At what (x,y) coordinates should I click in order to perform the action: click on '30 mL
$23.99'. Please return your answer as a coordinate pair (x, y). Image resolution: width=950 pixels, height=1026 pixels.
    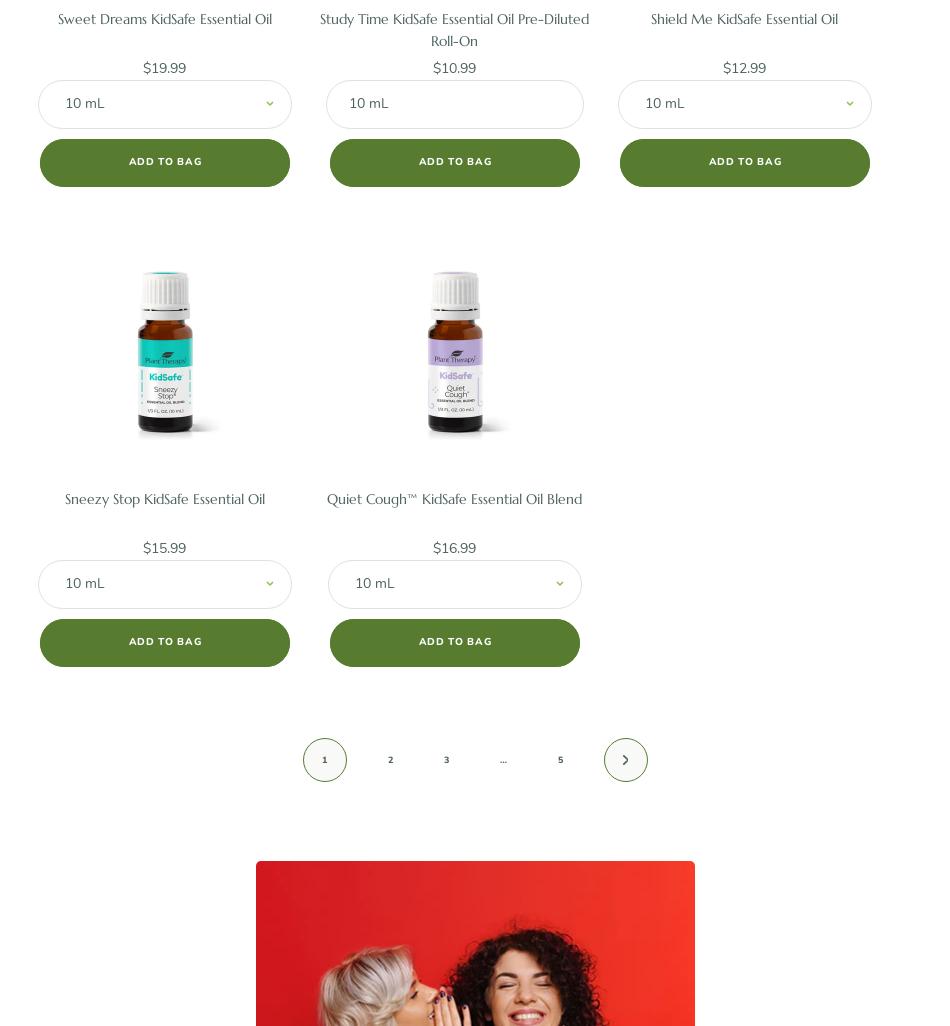
    Looking at the image, I should click on (743, 174).